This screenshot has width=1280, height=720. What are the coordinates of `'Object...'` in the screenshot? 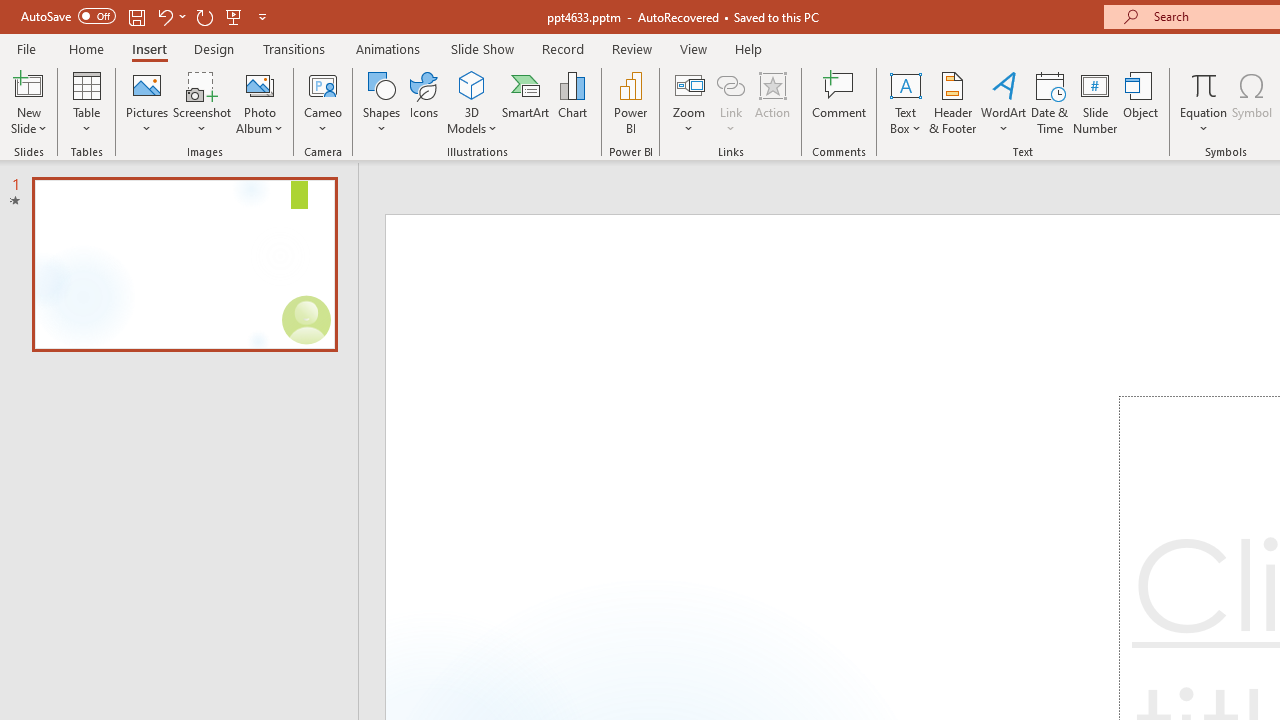 It's located at (1141, 103).